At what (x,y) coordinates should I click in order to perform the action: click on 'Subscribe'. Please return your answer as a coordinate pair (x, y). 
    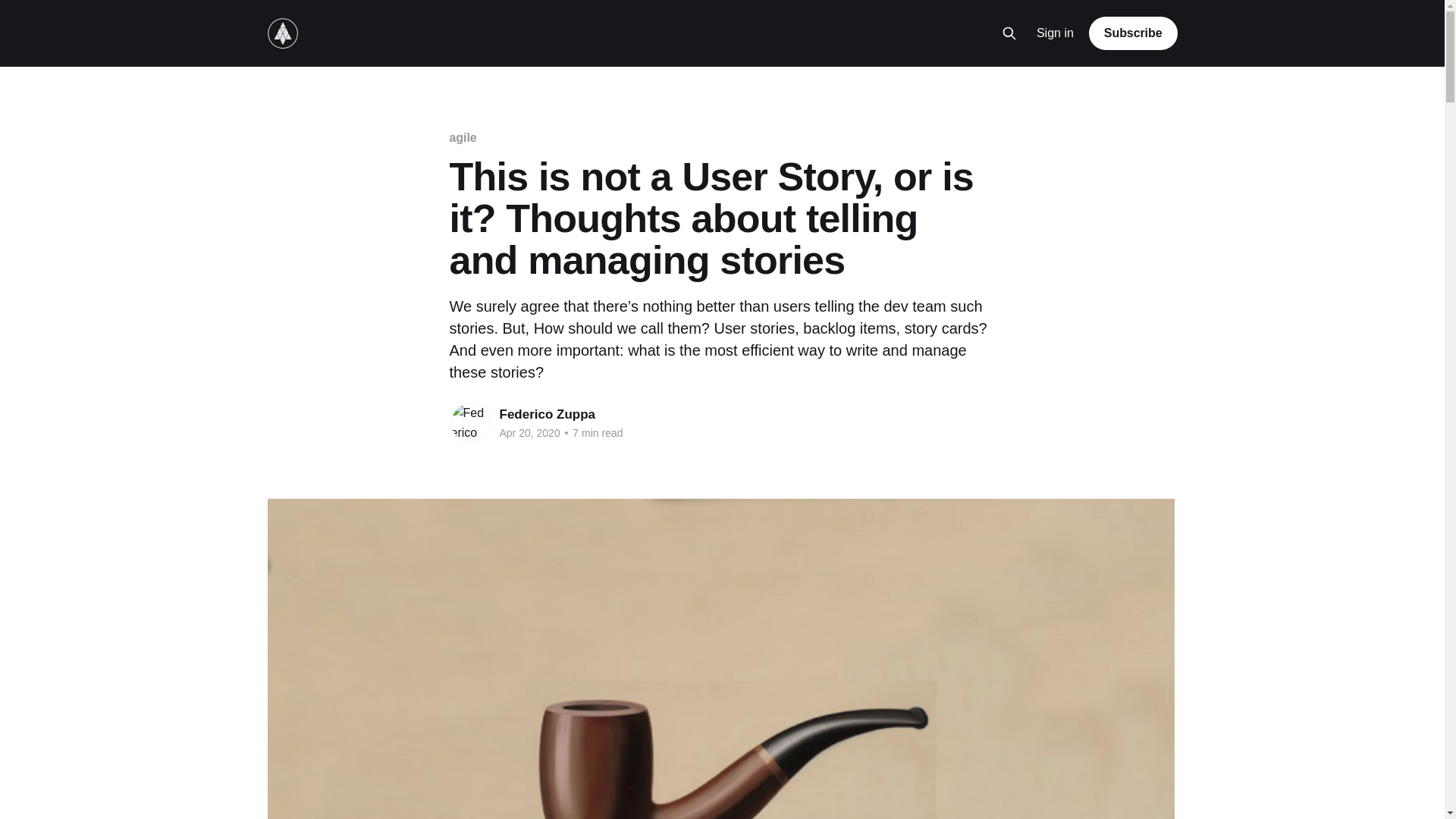
    Looking at the image, I should click on (1133, 33).